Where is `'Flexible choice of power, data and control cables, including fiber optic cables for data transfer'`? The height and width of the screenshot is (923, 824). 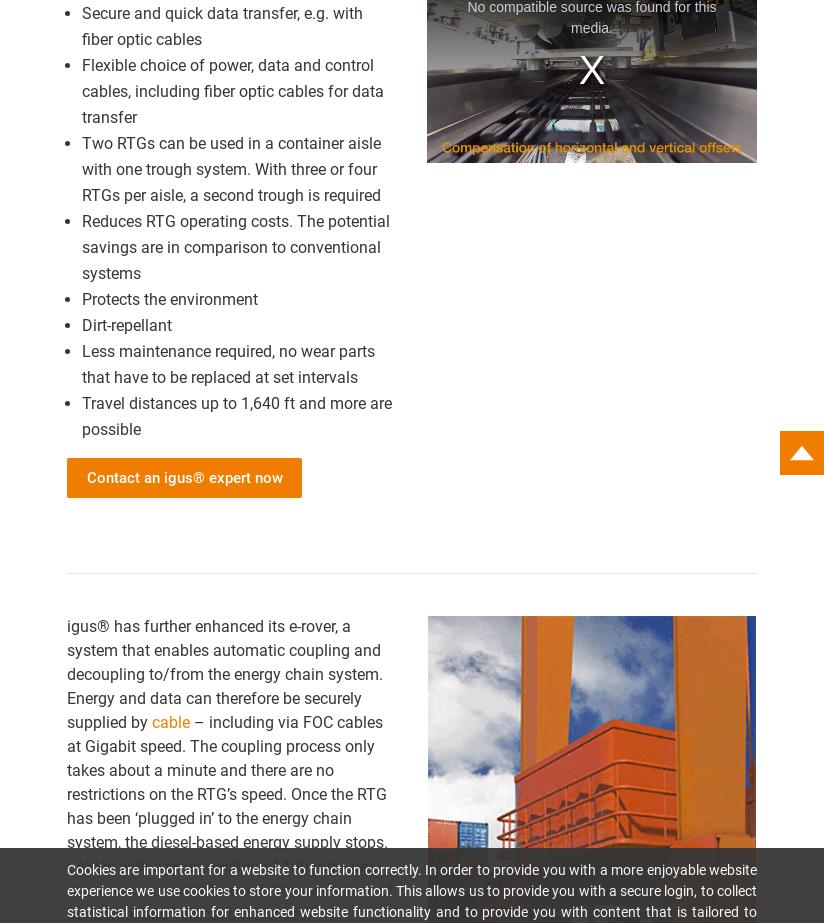
'Flexible choice of power, data and control cables, including fiber optic cables for data transfer' is located at coordinates (232, 90).